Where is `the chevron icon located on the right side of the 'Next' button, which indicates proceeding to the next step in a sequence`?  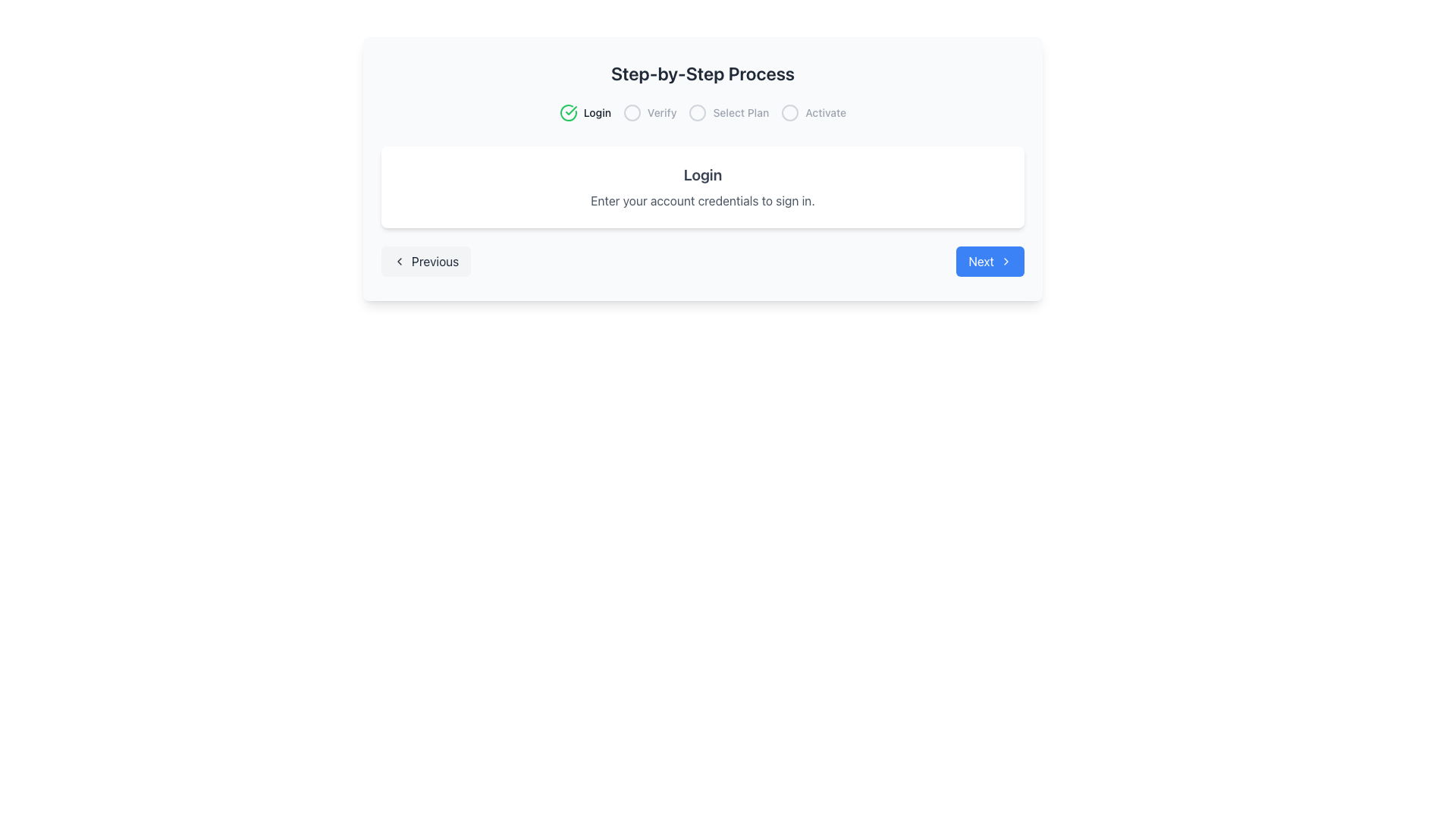
the chevron icon located on the right side of the 'Next' button, which indicates proceeding to the next step in a sequence is located at coordinates (1006, 260).